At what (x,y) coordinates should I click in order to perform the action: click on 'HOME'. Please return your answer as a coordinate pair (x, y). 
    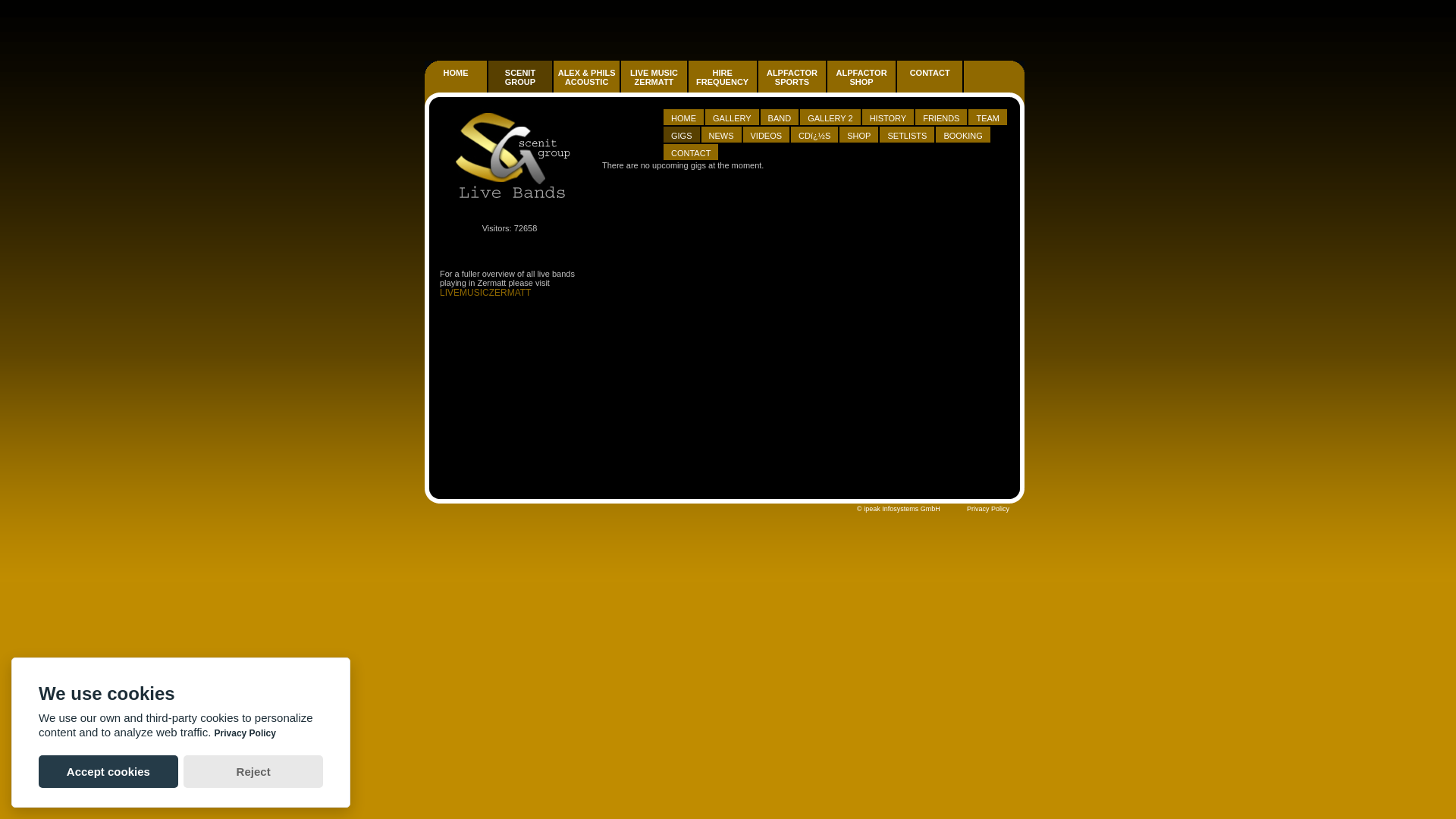
    Looking at the image, I should click on (682, 117).